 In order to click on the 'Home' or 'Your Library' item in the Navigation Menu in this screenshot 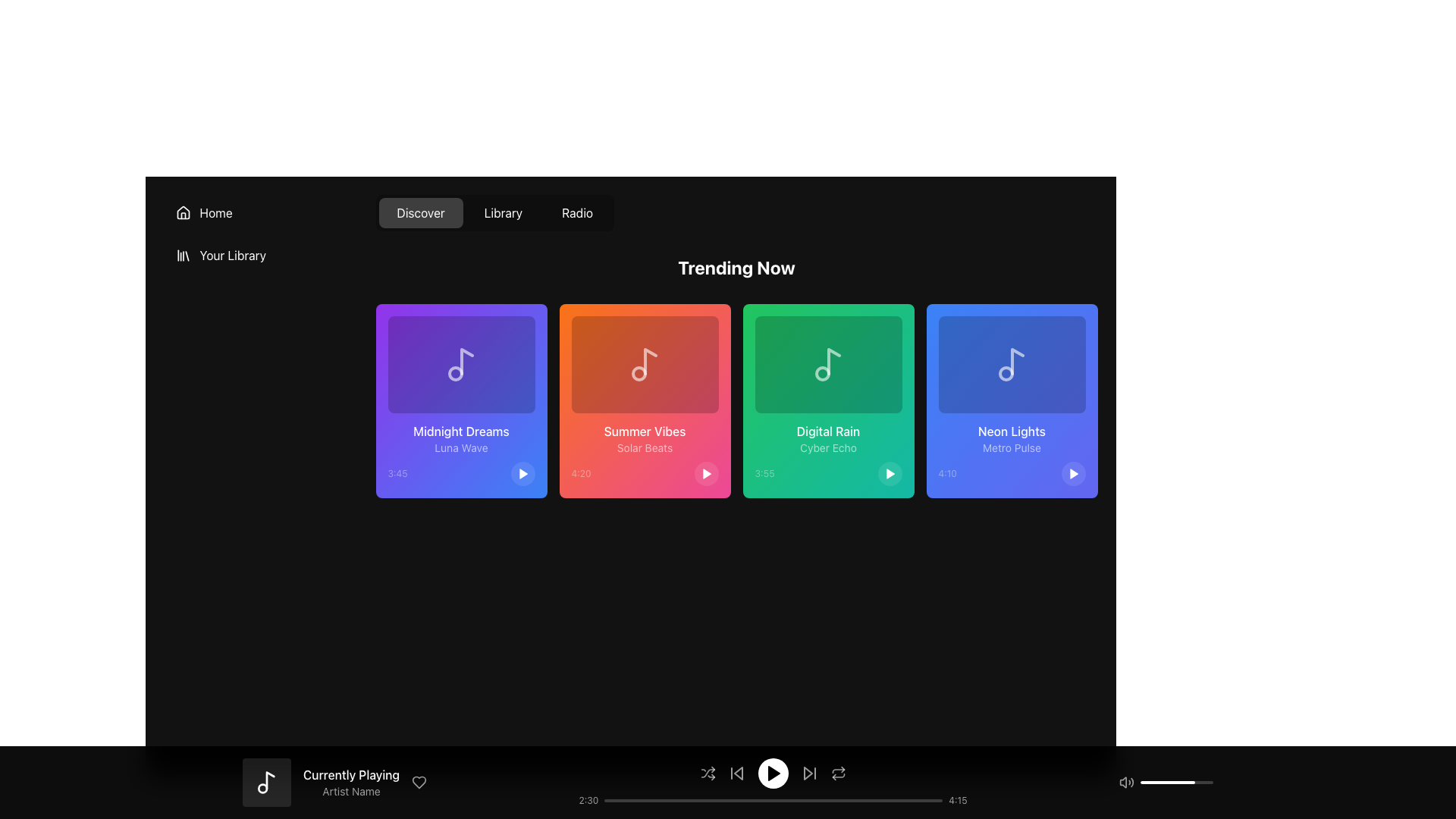, I will do `click(260, 234)`.